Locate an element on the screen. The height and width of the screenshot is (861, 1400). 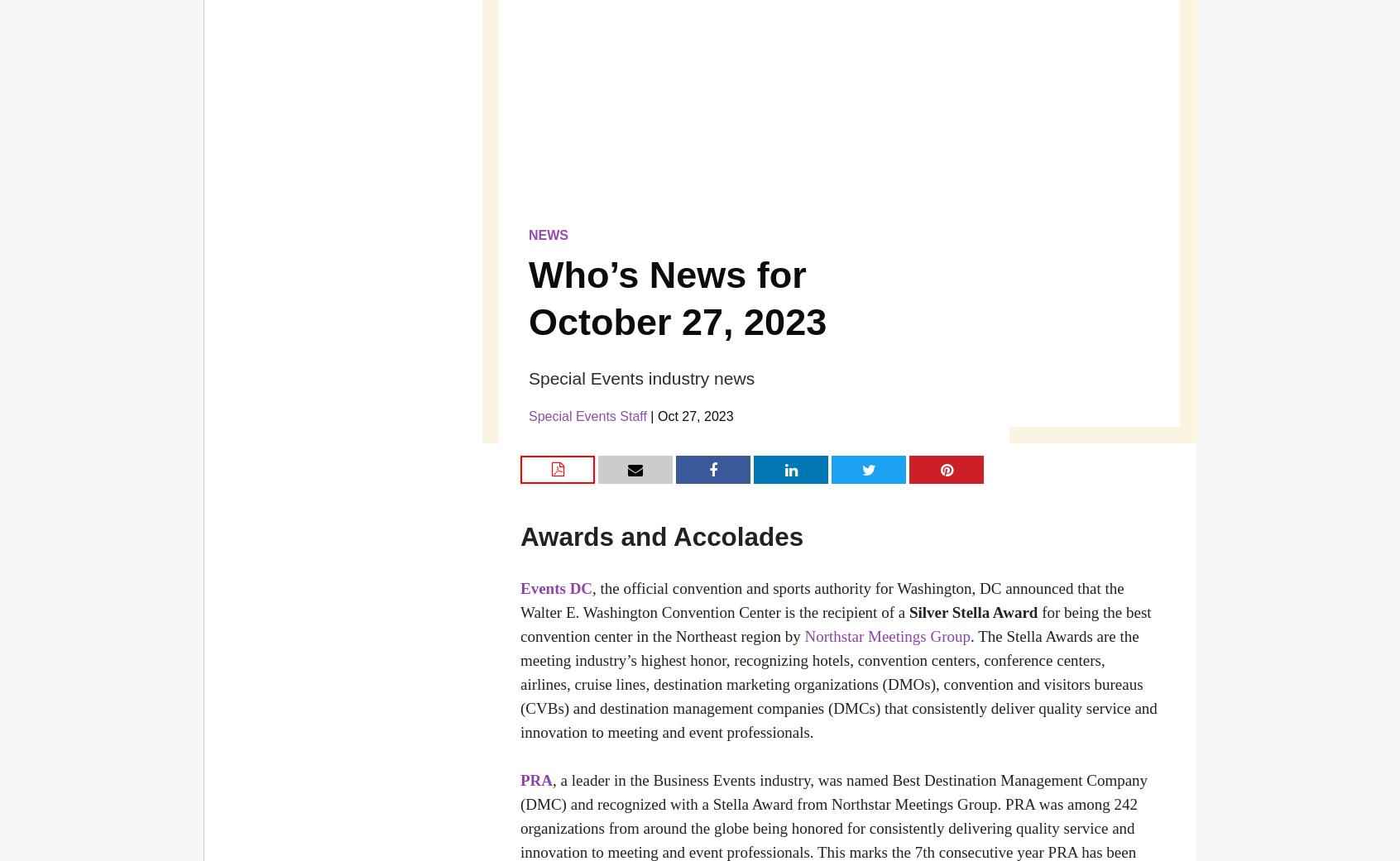
'PRA' is located at coordinates (536, 779).